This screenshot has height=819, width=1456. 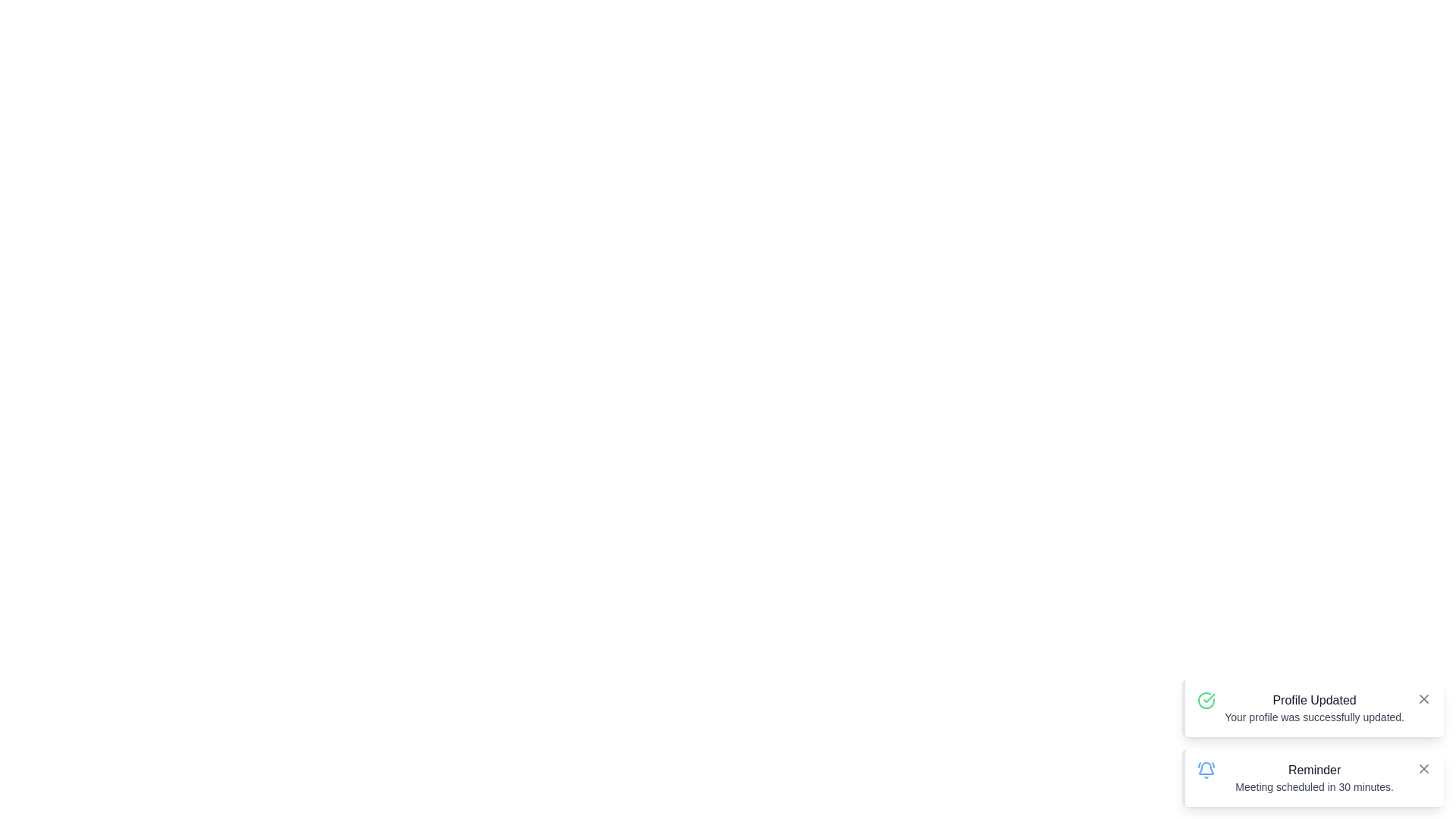 I want to click on message from the Notification Text Block that displays 'Profile Updated' and 'Your profile was successfully updated.', so click(x=1313, y=708).